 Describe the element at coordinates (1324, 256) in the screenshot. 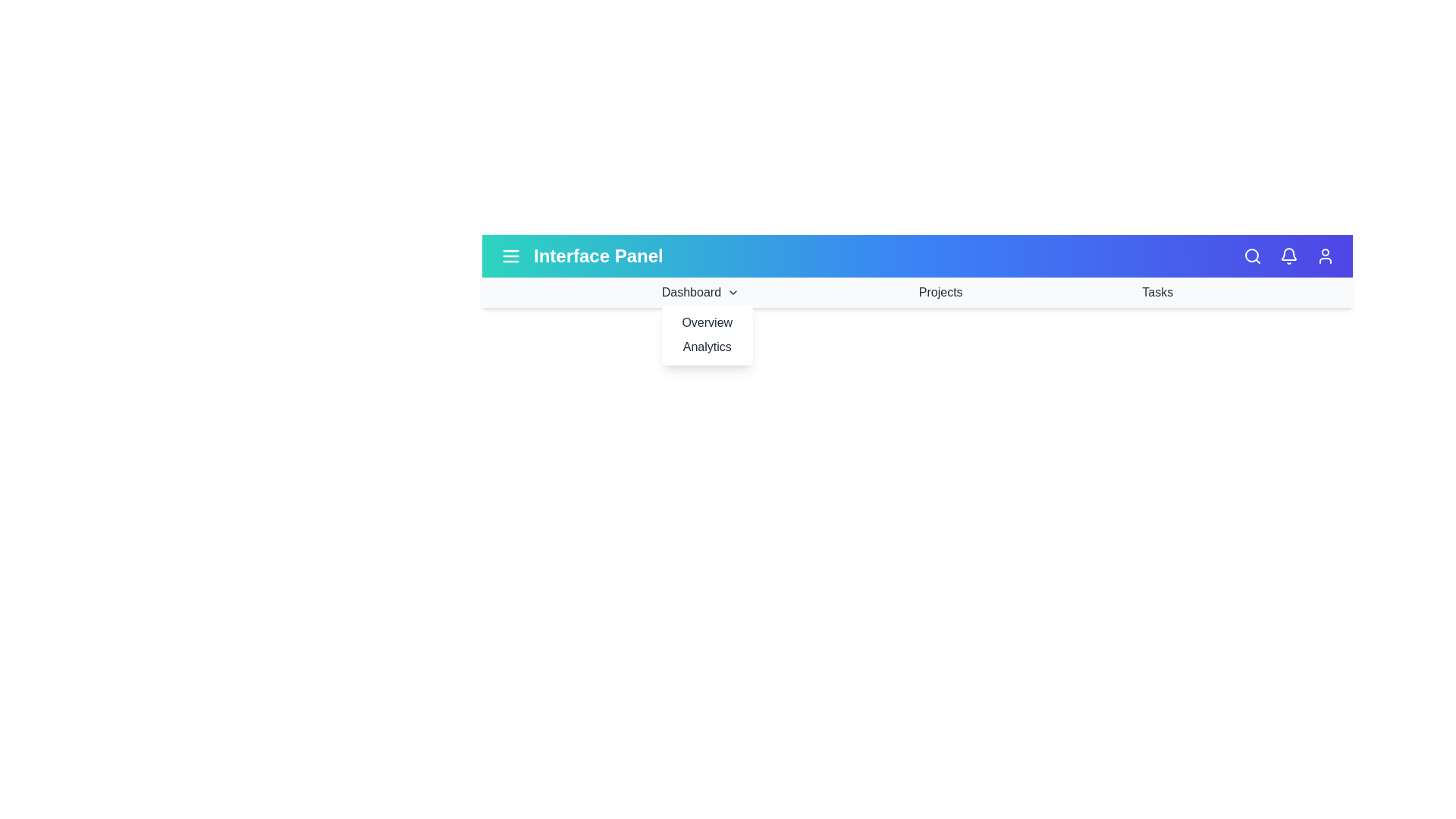

I see `the user profile icon` at that location.